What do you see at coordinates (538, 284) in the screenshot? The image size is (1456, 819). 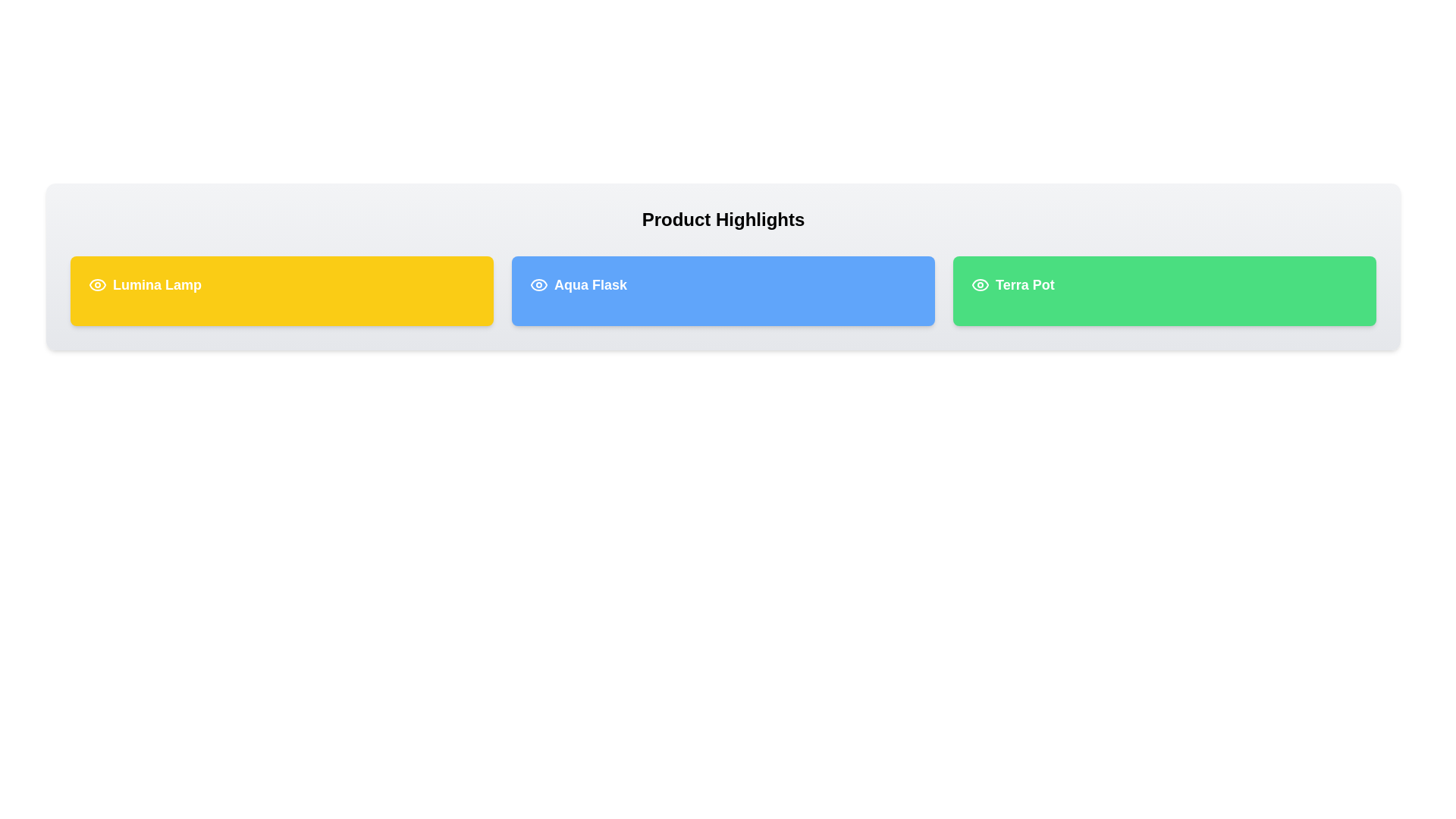 I see `the eye-shaped icon with a white rounded outline and circular detail, located on a blue background next to the 'Aqua Flask' text` at bounding box center [538, 284].